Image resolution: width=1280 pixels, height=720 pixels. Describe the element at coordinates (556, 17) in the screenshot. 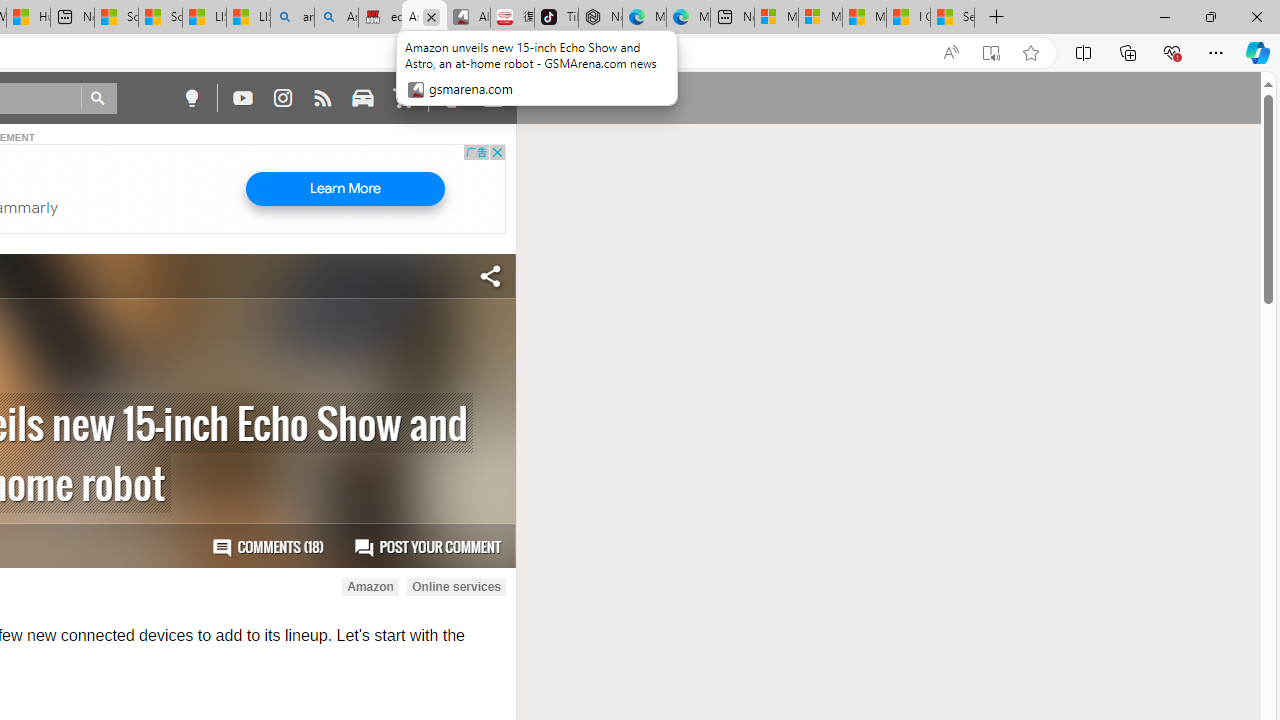

I see `'TikTok'` at that location.